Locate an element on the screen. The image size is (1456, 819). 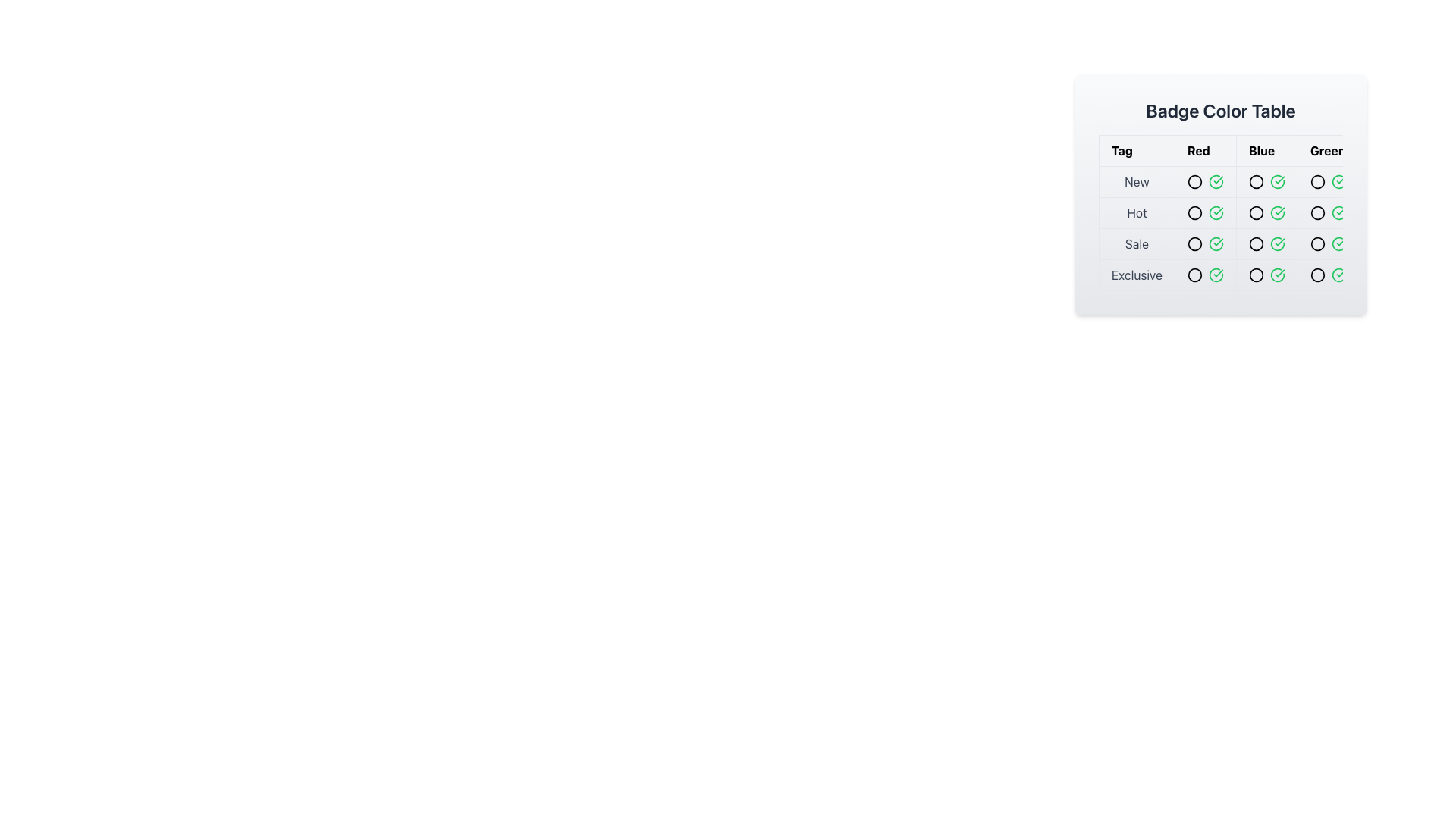
the horizontal group of icons containing a black outlined circle and a green checkmark, located in the third row under 'Sale' and third column under 'Blue' is located at coordinates (1266, 243).